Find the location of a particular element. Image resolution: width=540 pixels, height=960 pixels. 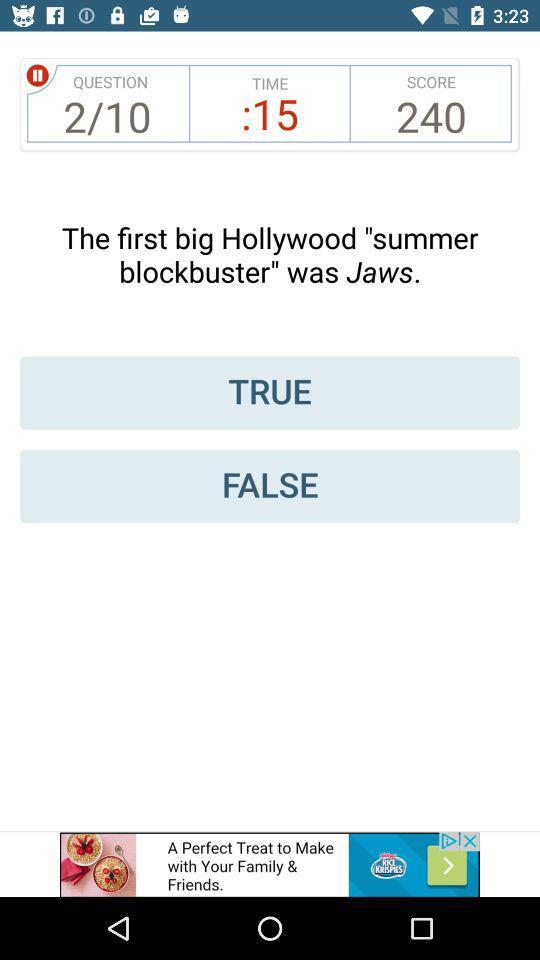

the advertisement page is located at coordinates (270, 863).